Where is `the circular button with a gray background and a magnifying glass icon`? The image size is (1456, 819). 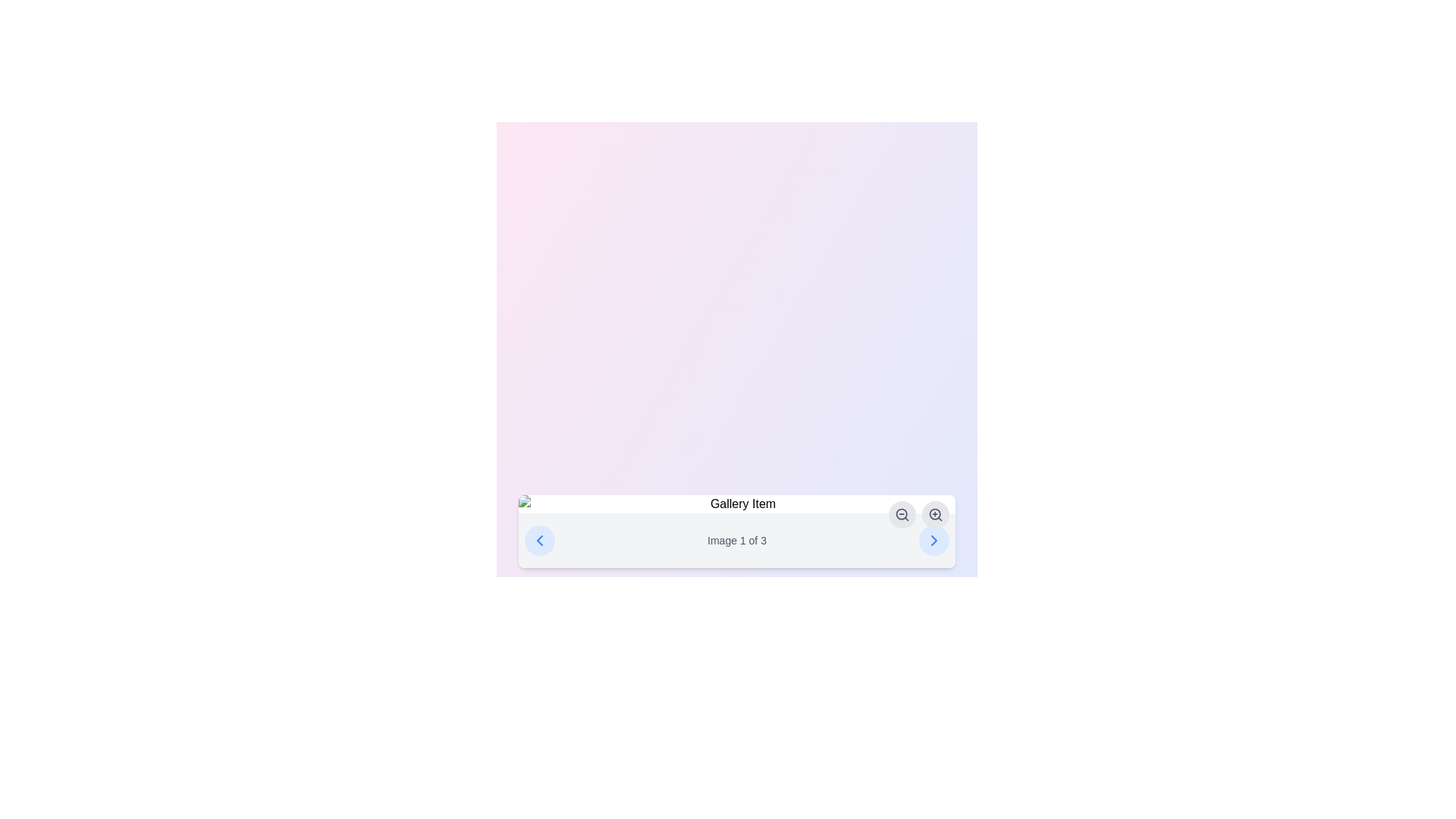
the circular button with a gray background and a magnifying glass icon is located at coordinates (934, 513).